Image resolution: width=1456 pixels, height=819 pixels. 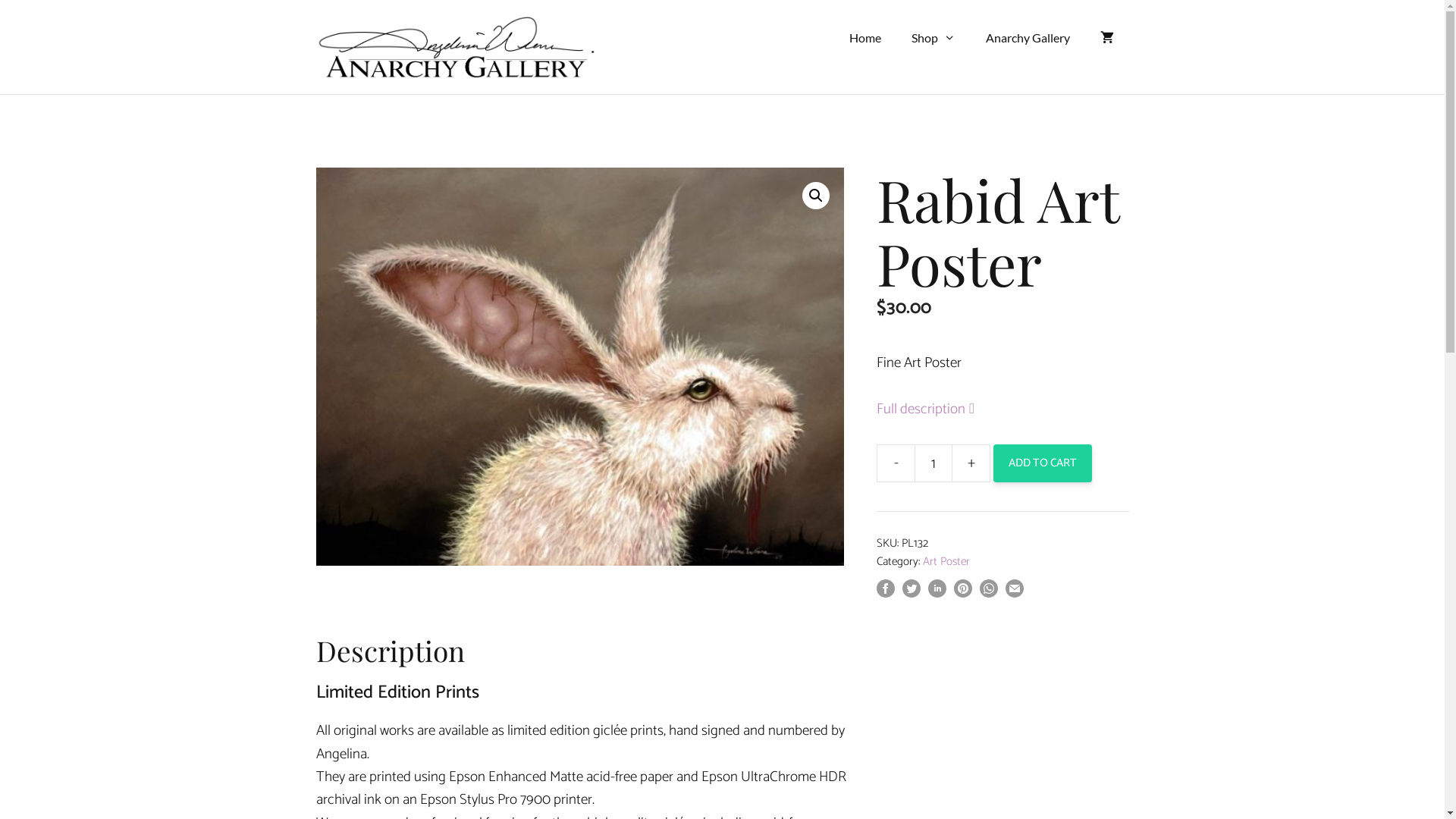 What do you see at coordinates (895, 462) in the screenshot?
I see `'-'` at bounding box center [895, 462].